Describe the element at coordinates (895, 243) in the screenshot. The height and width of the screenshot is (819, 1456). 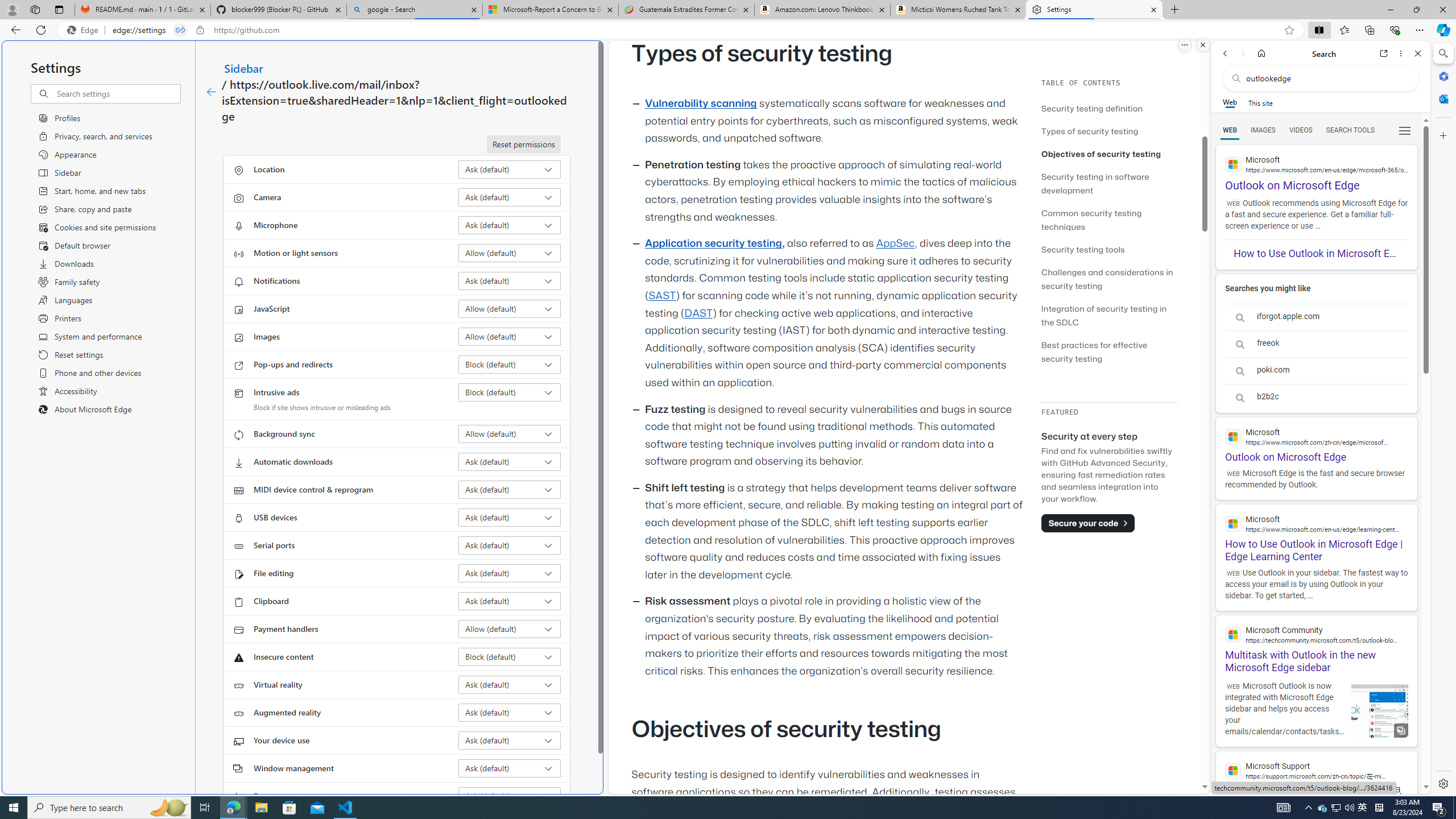
I see `'AppSec'` at that location.